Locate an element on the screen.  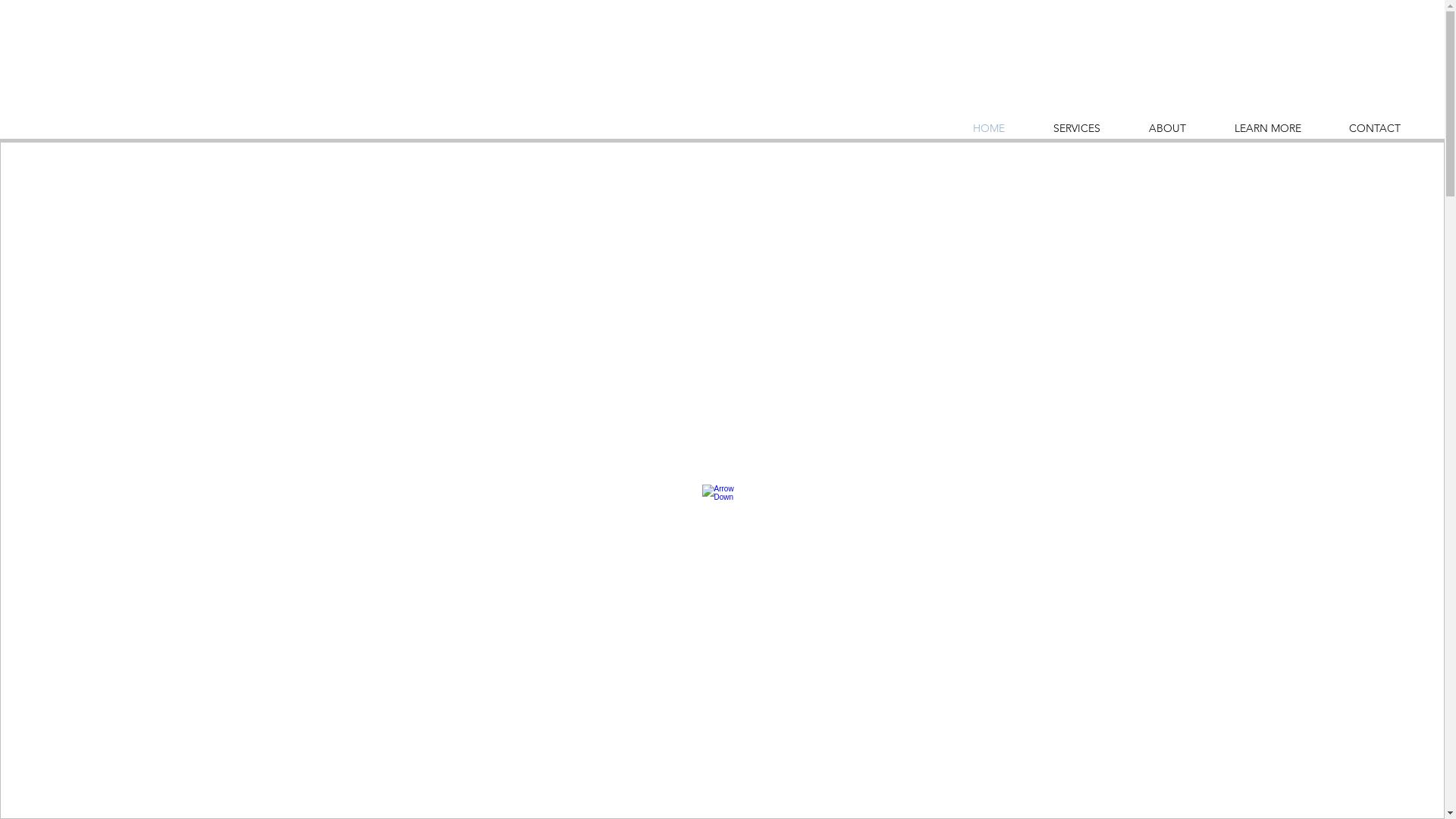
'CONTACT' is located at coordinates (1374, 127).